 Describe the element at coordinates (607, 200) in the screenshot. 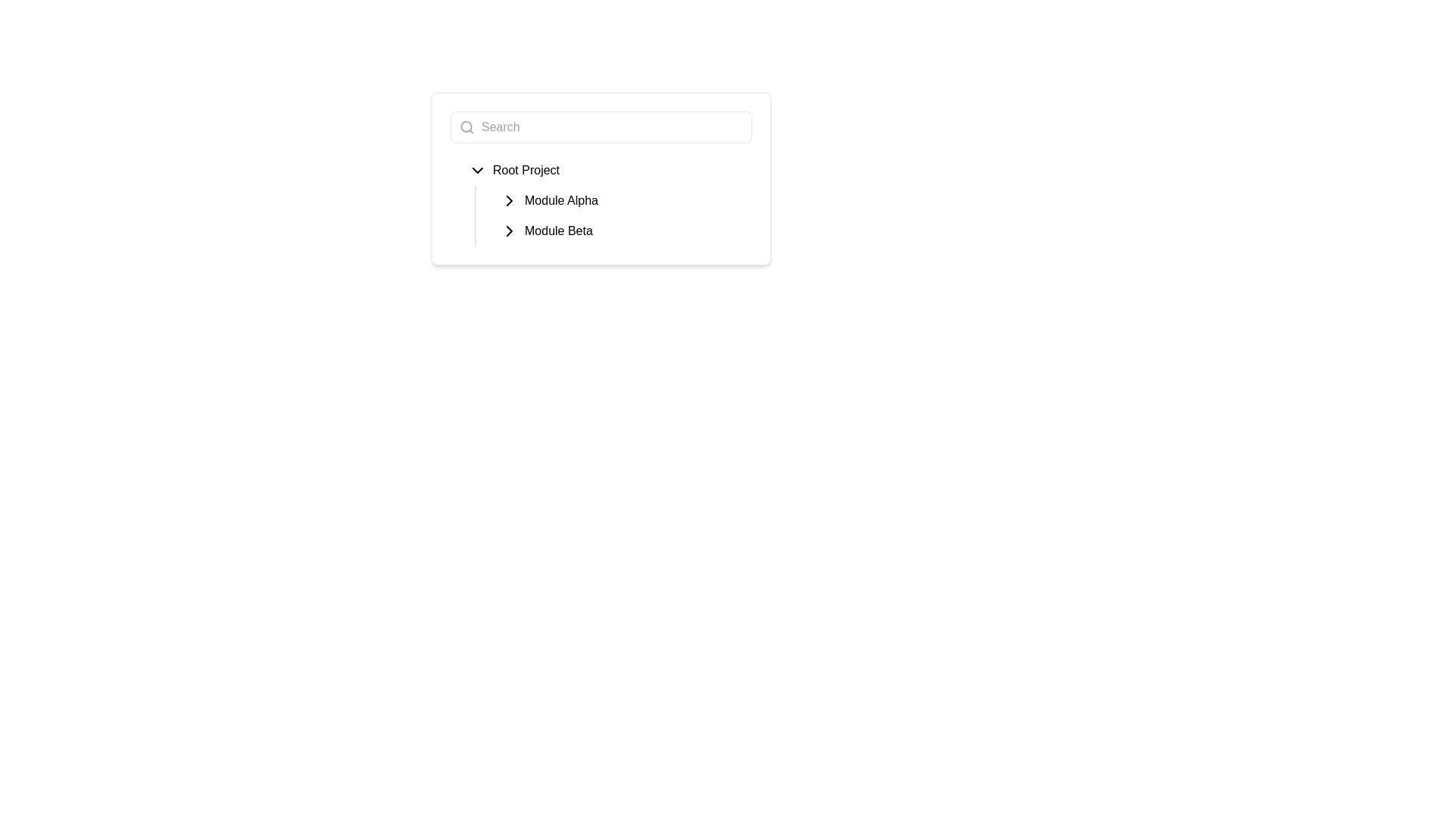

I see `the 'Module Alpha' collapsible list node` at that location.